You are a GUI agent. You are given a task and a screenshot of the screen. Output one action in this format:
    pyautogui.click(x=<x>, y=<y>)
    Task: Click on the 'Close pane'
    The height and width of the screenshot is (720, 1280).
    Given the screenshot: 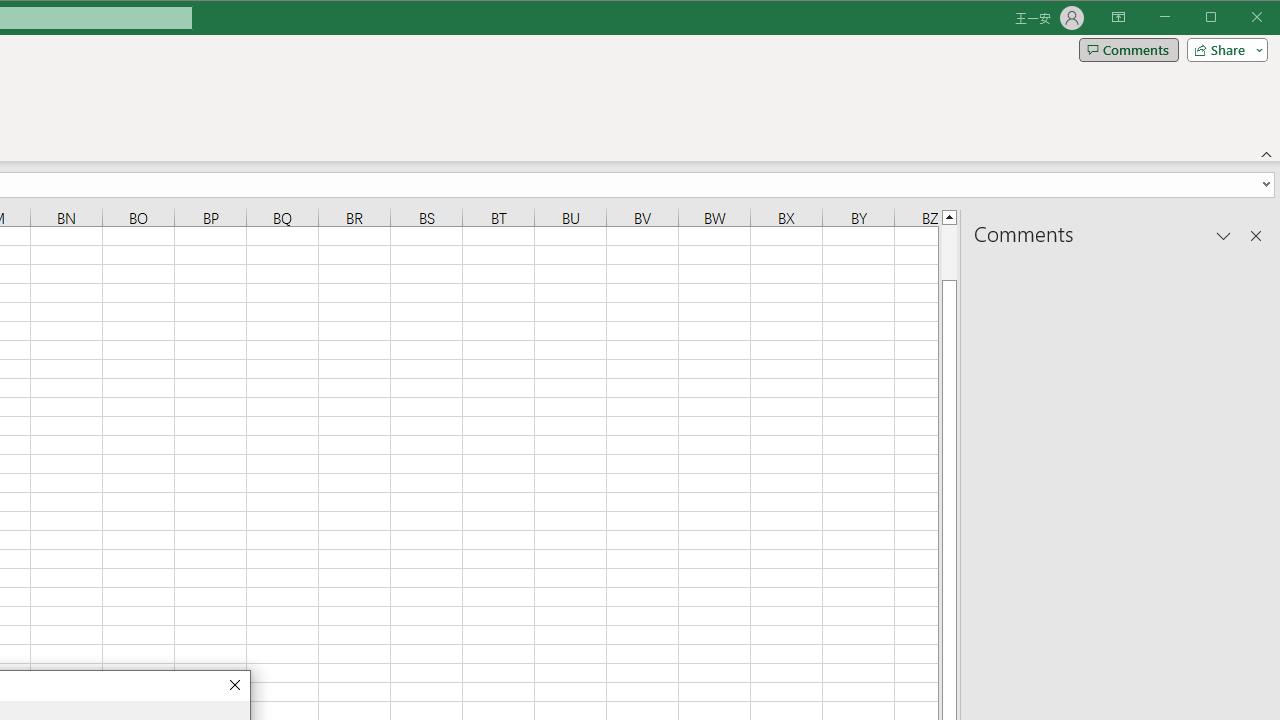 What is the action you would take?
    pyautogui.click(x=1255, y=234)
    